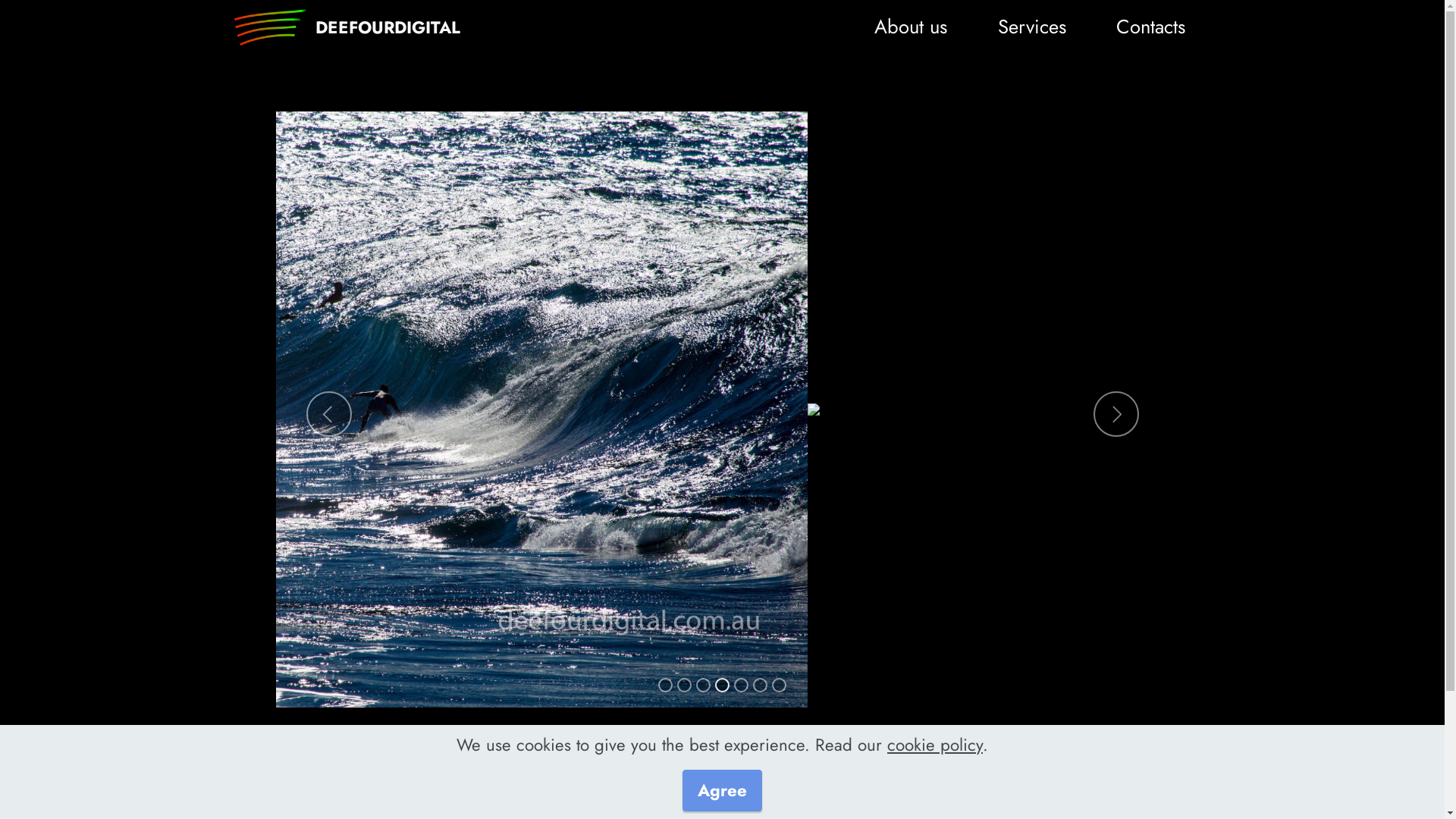 The width and height of the screenshot is (1456, 819). Describe the element at coordinates (887, 744) in the screenshot. I see `'cookie policy'` at that location.